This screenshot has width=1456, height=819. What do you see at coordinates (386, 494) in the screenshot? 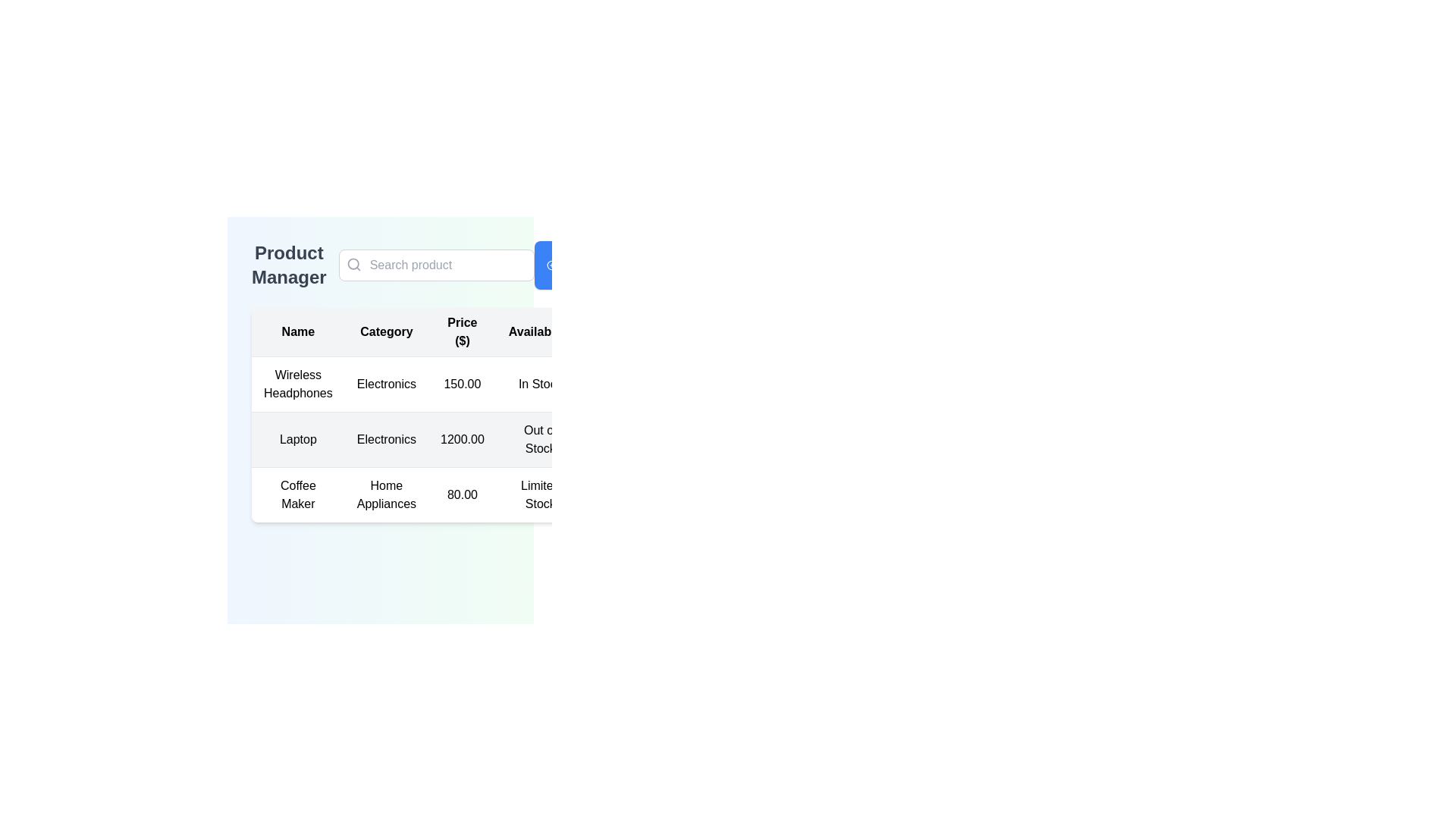
I see `the 'Home Appliances' text label in the 'Category' column of the product manager interface` at bounding box center [386, 494].